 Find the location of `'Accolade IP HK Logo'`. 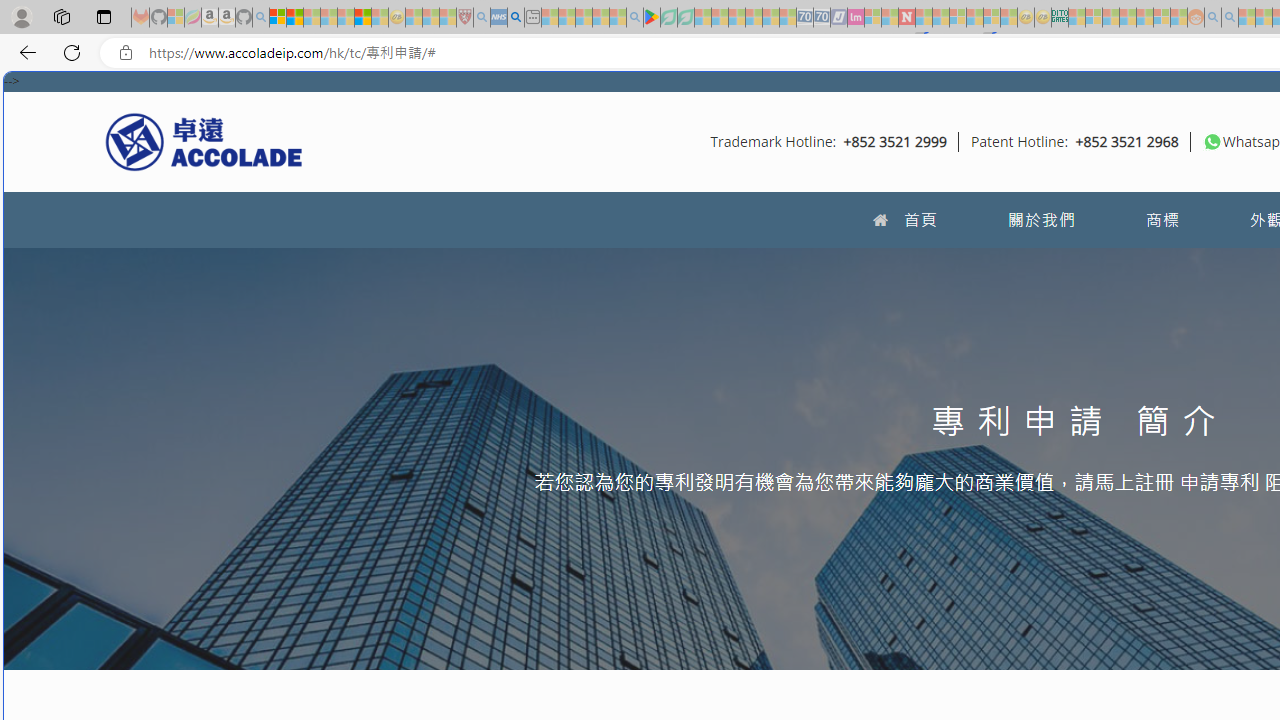

'Accolade IP HK Logo' is located at coordinates (204, 140).